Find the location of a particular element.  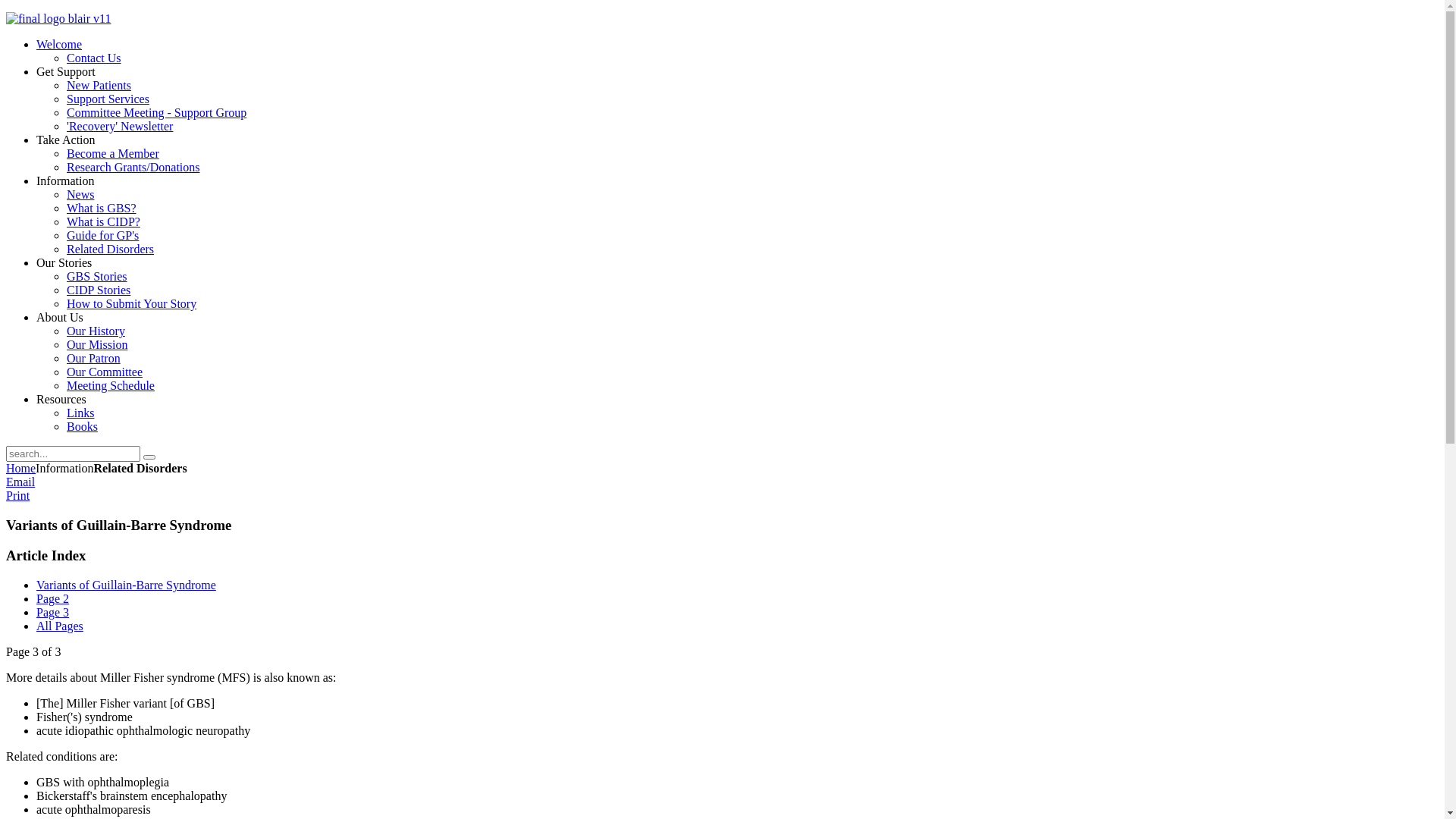

'Books' is located at coordinates (81, 426).